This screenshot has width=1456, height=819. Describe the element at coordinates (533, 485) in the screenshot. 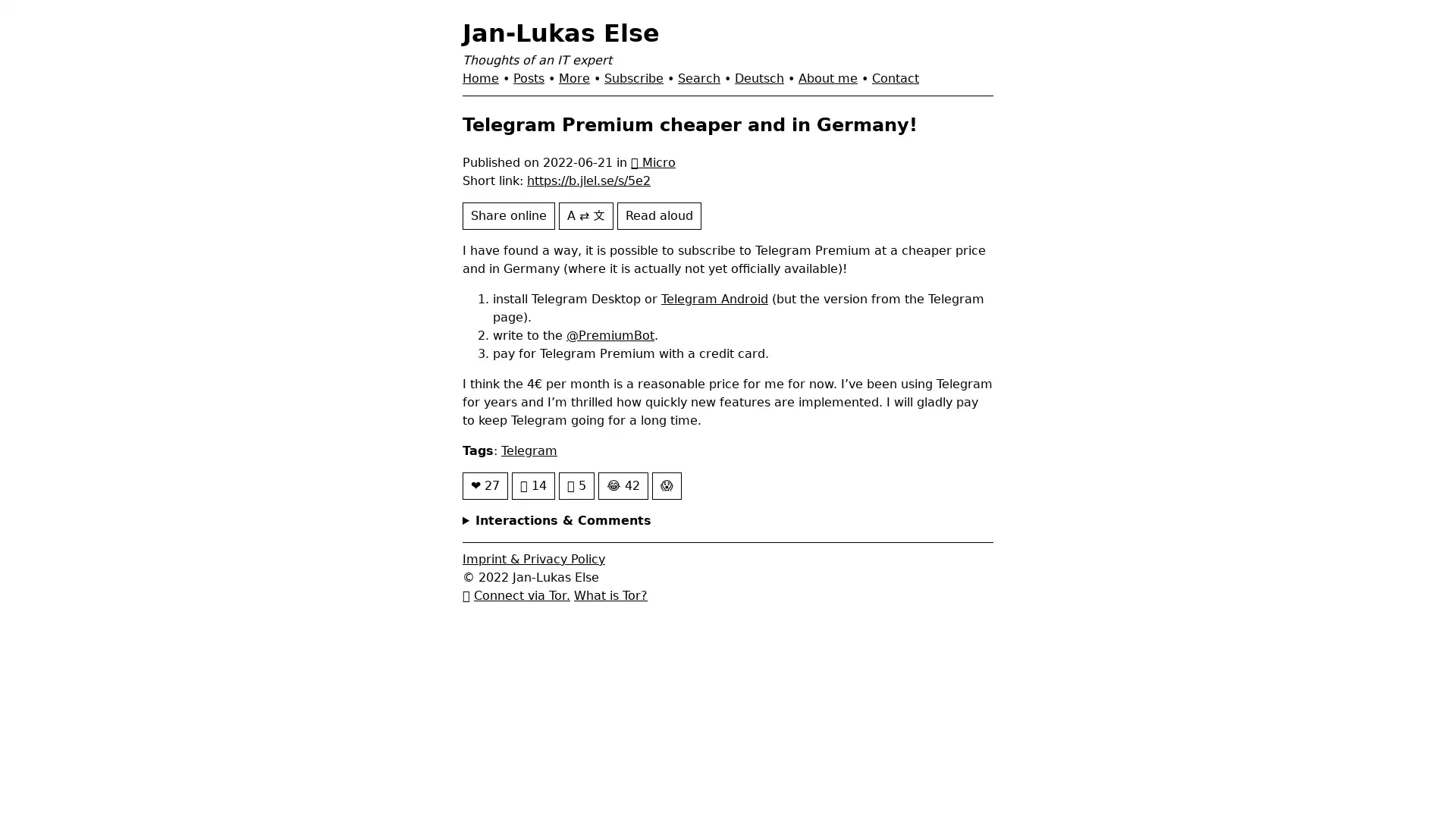

I see `14` at that location.